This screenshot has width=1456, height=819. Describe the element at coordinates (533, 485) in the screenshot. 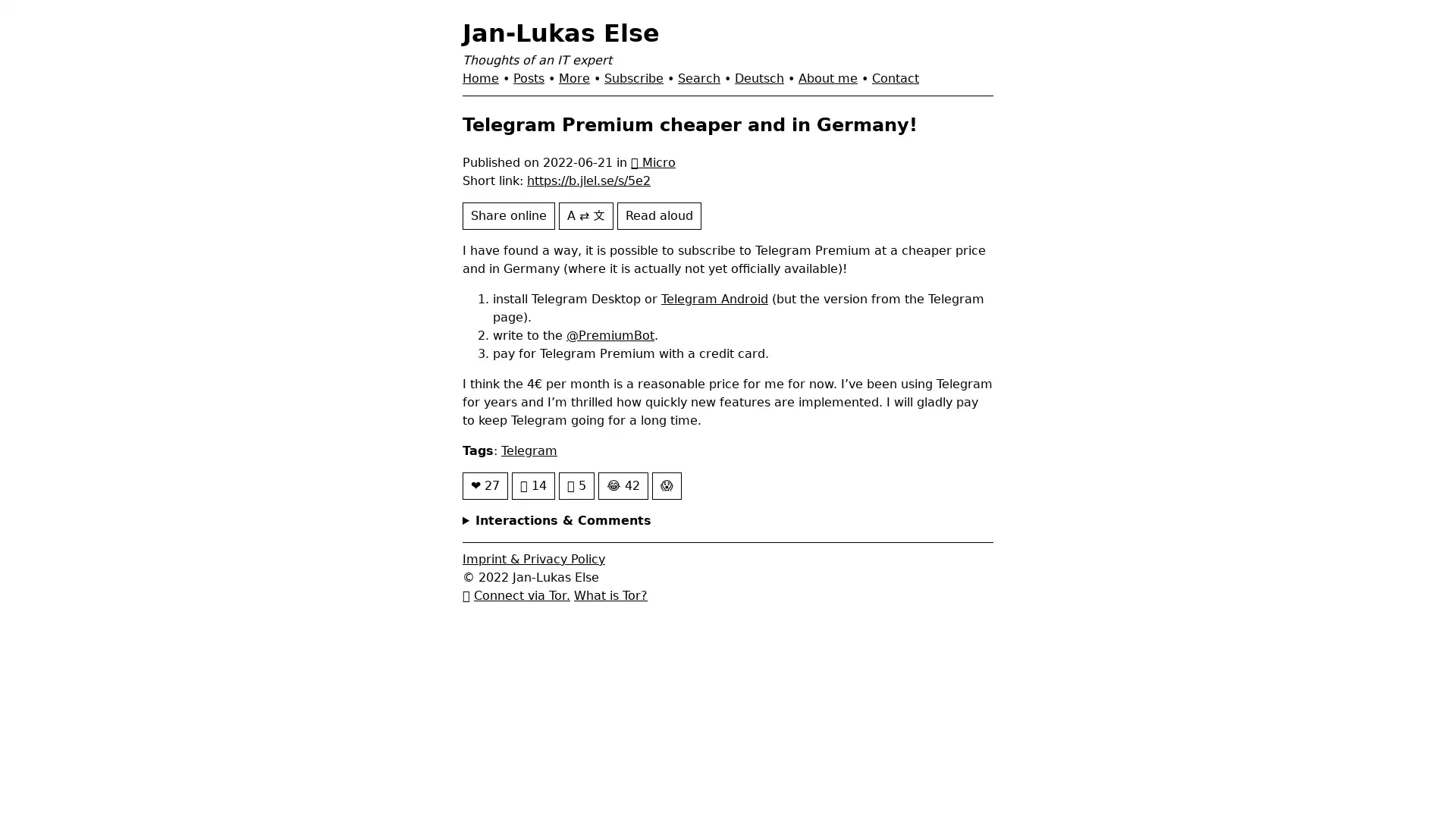

I see `14` at that location.